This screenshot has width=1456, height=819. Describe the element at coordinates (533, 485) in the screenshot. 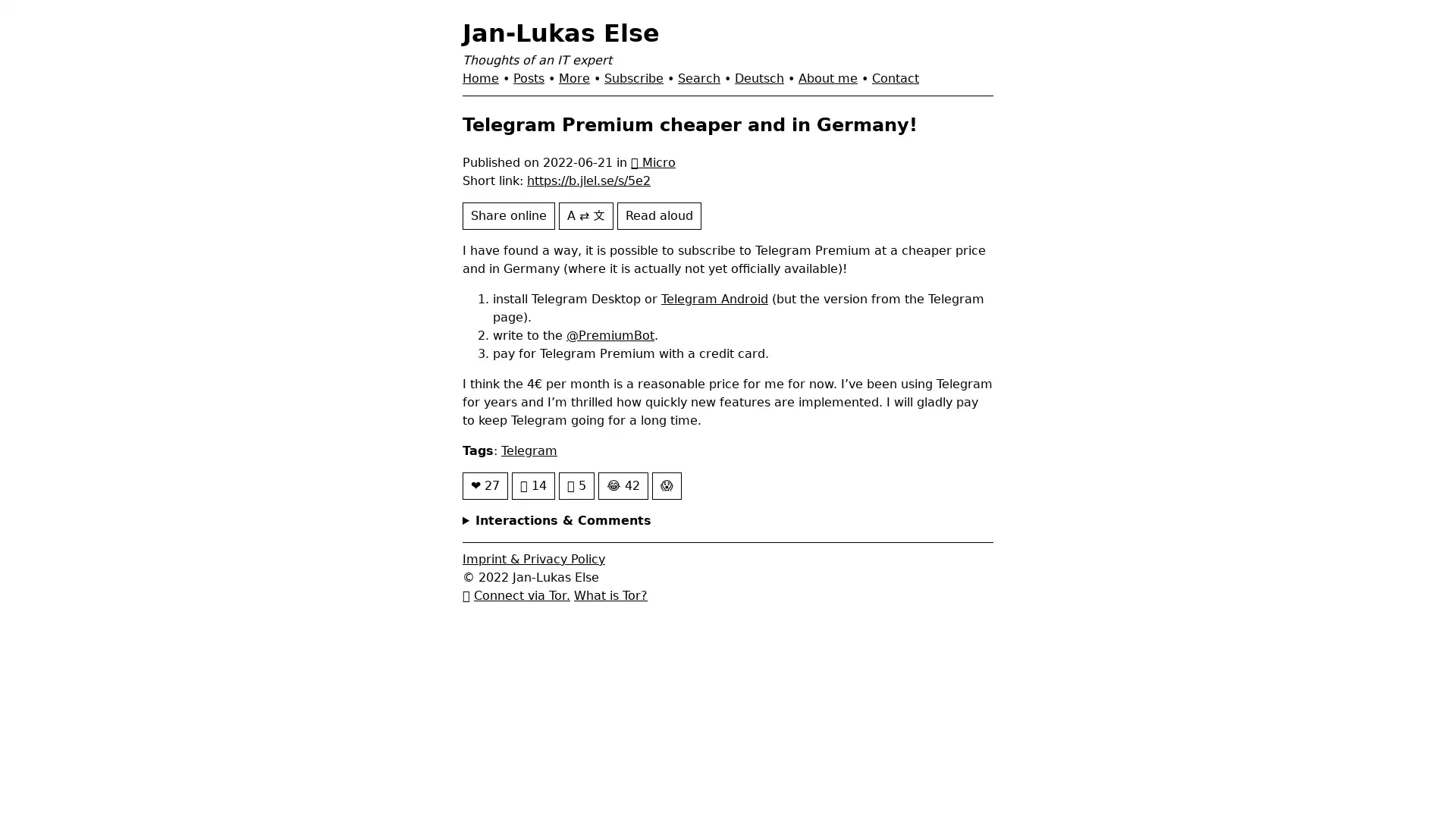

I see `14` at that location.